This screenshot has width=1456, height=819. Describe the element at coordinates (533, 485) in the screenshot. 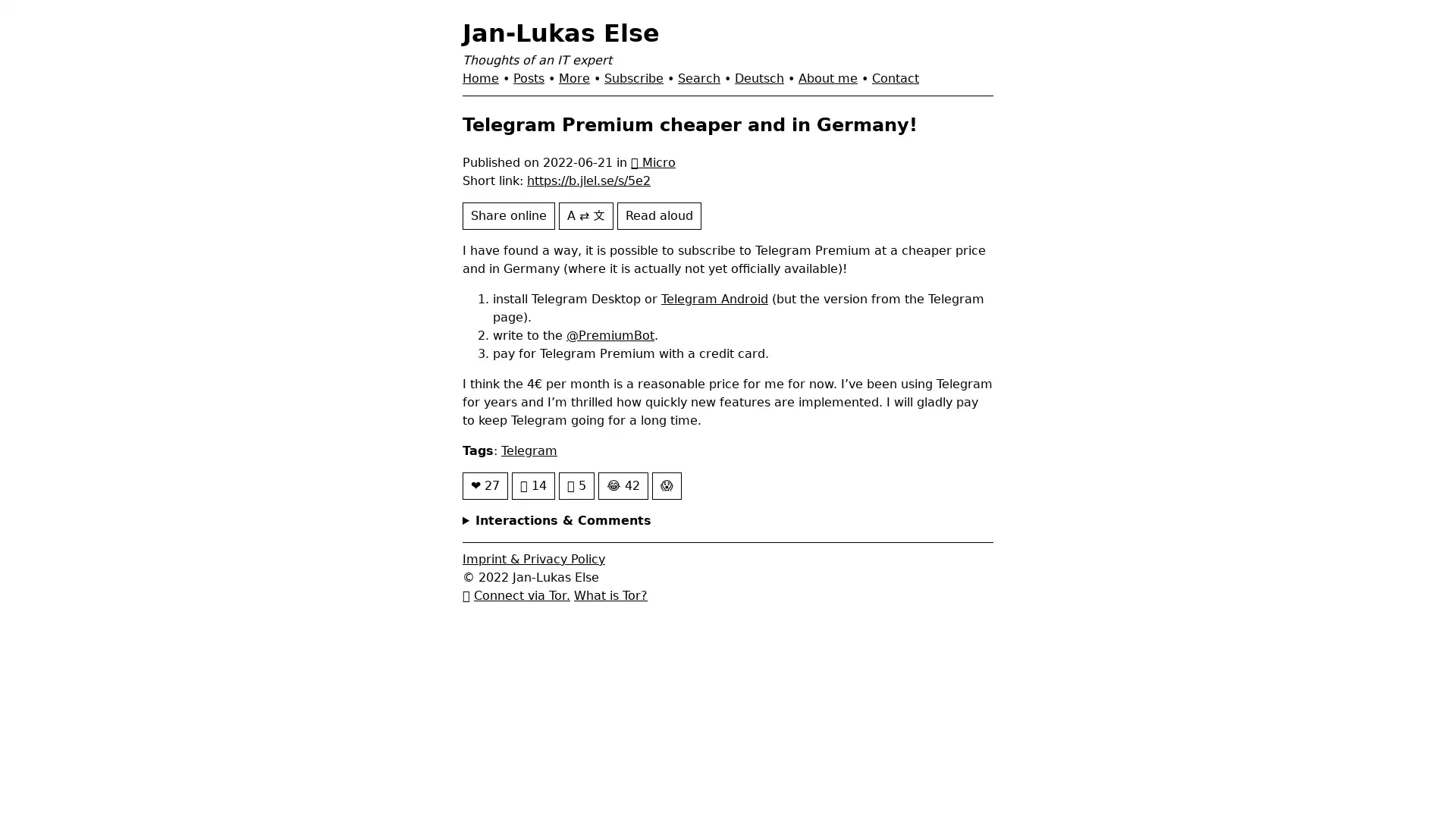

I see `14` at that location.